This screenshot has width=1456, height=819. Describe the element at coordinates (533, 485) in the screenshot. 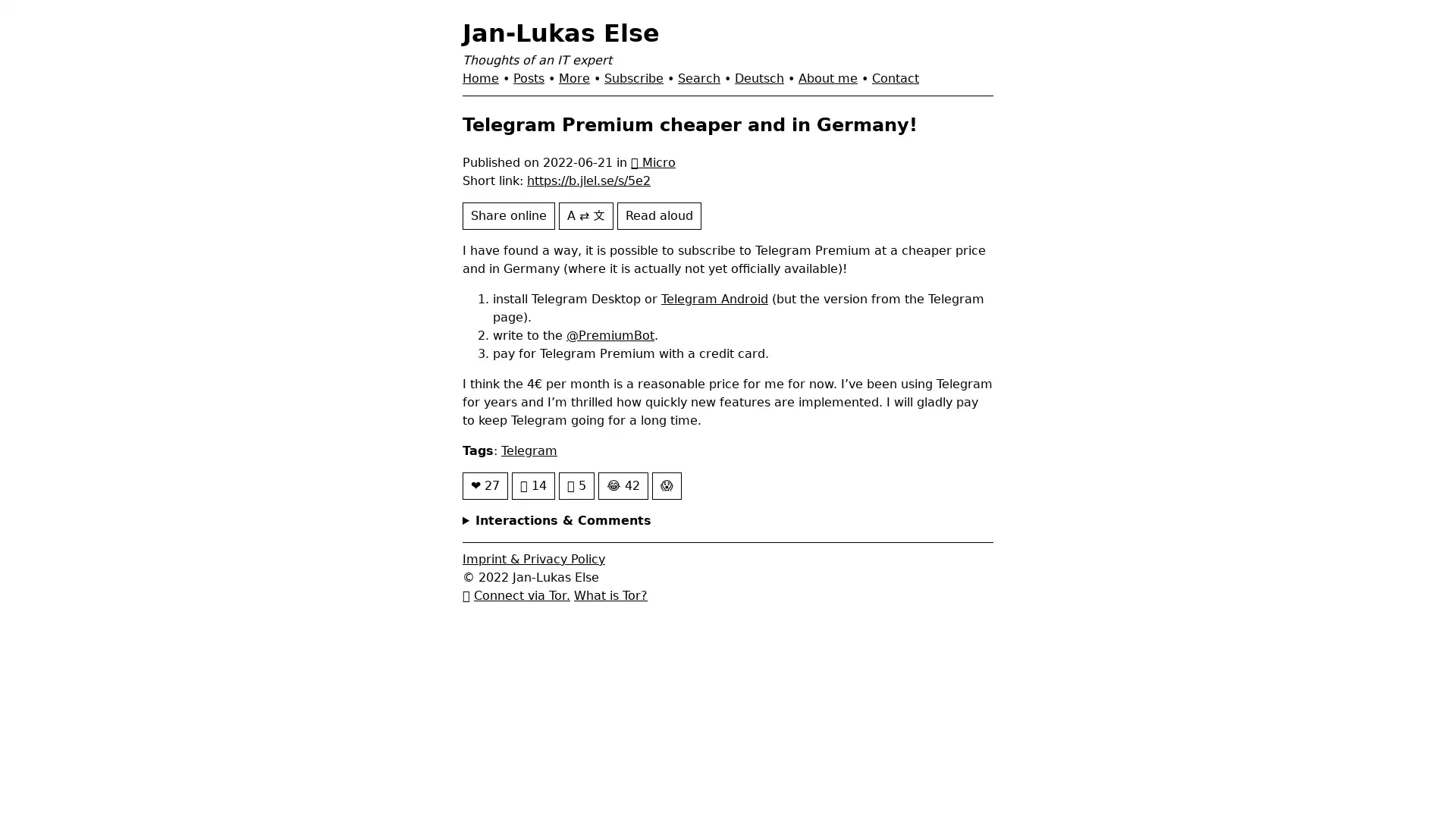

I see `14` at that location.